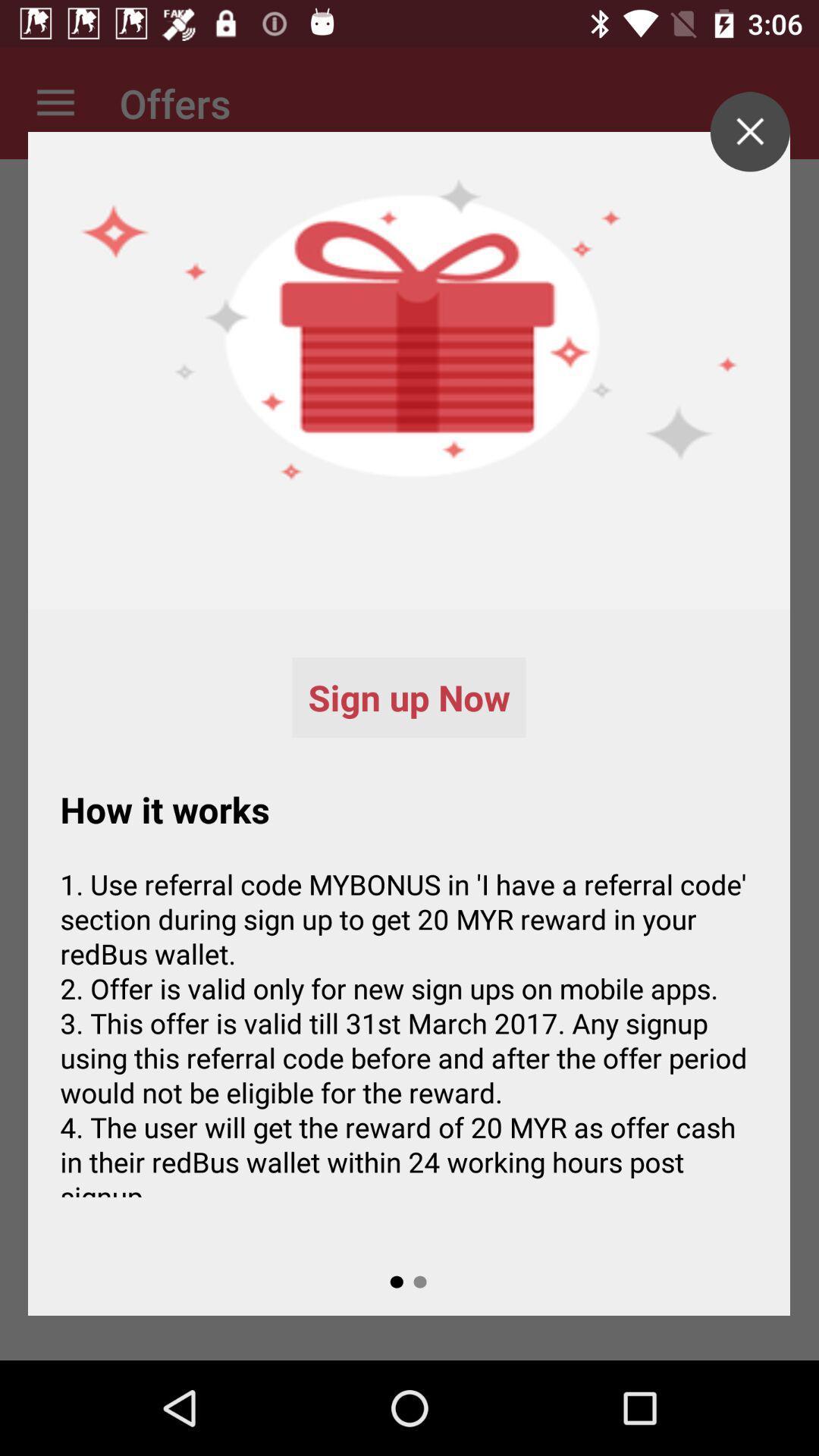 This screenshot has width=819, height=1456. Describe the element at coordinates (749, 131) in the screenshot. I see `exit` at that location.